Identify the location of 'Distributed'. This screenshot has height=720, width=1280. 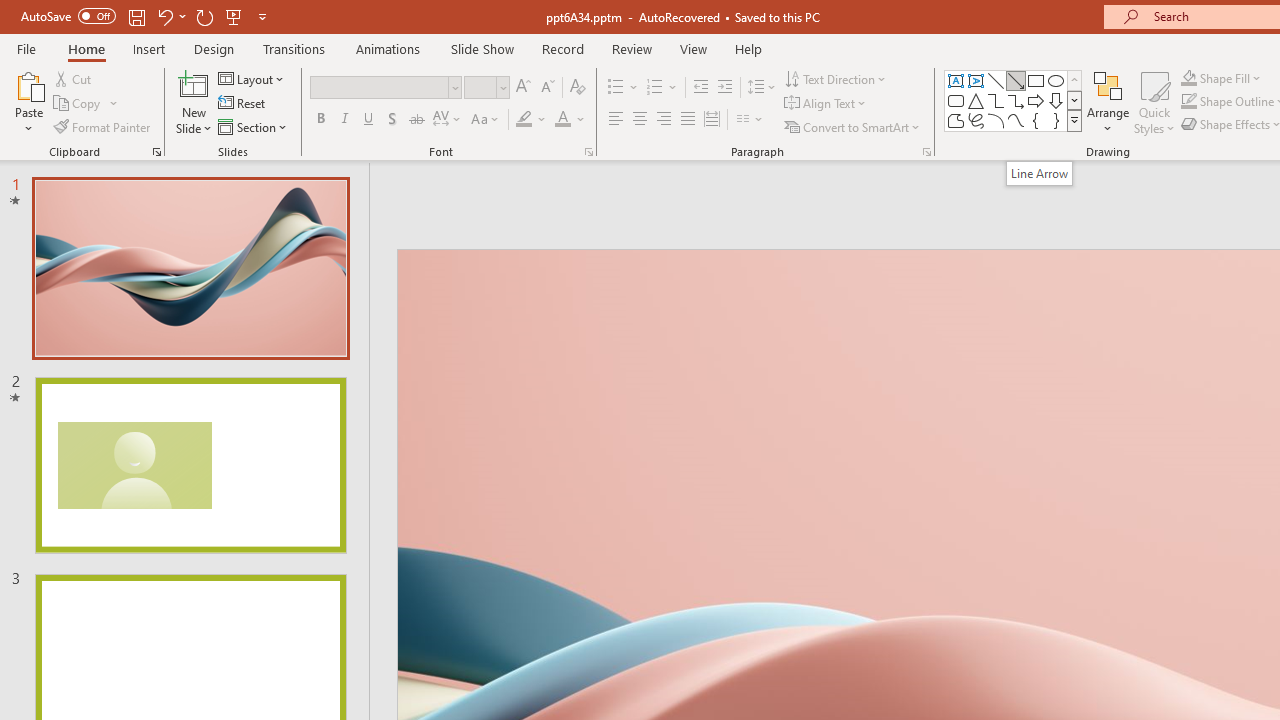
(712, 119).